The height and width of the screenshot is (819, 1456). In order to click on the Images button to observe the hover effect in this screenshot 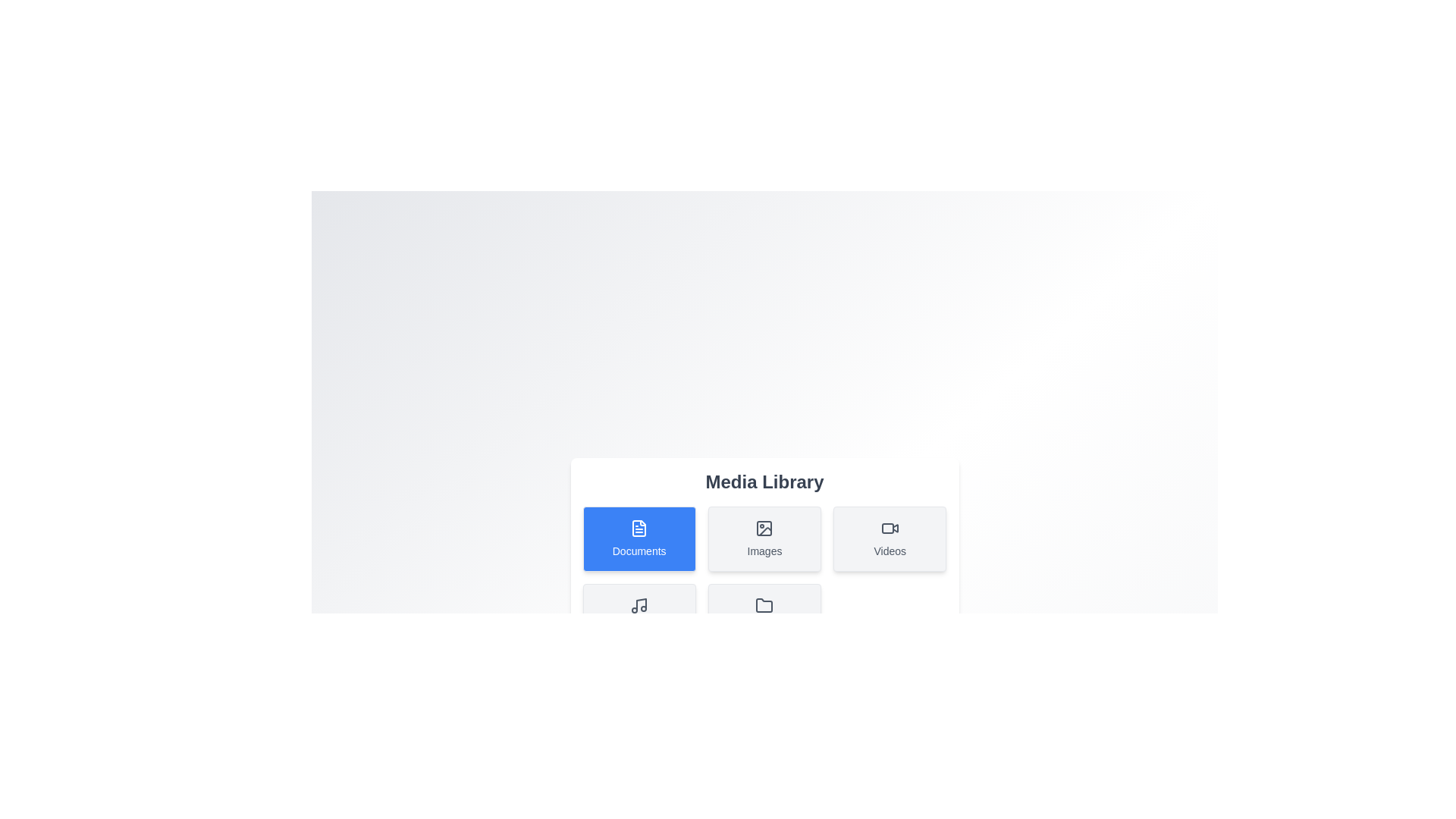, I will do `click(764, 538)`.